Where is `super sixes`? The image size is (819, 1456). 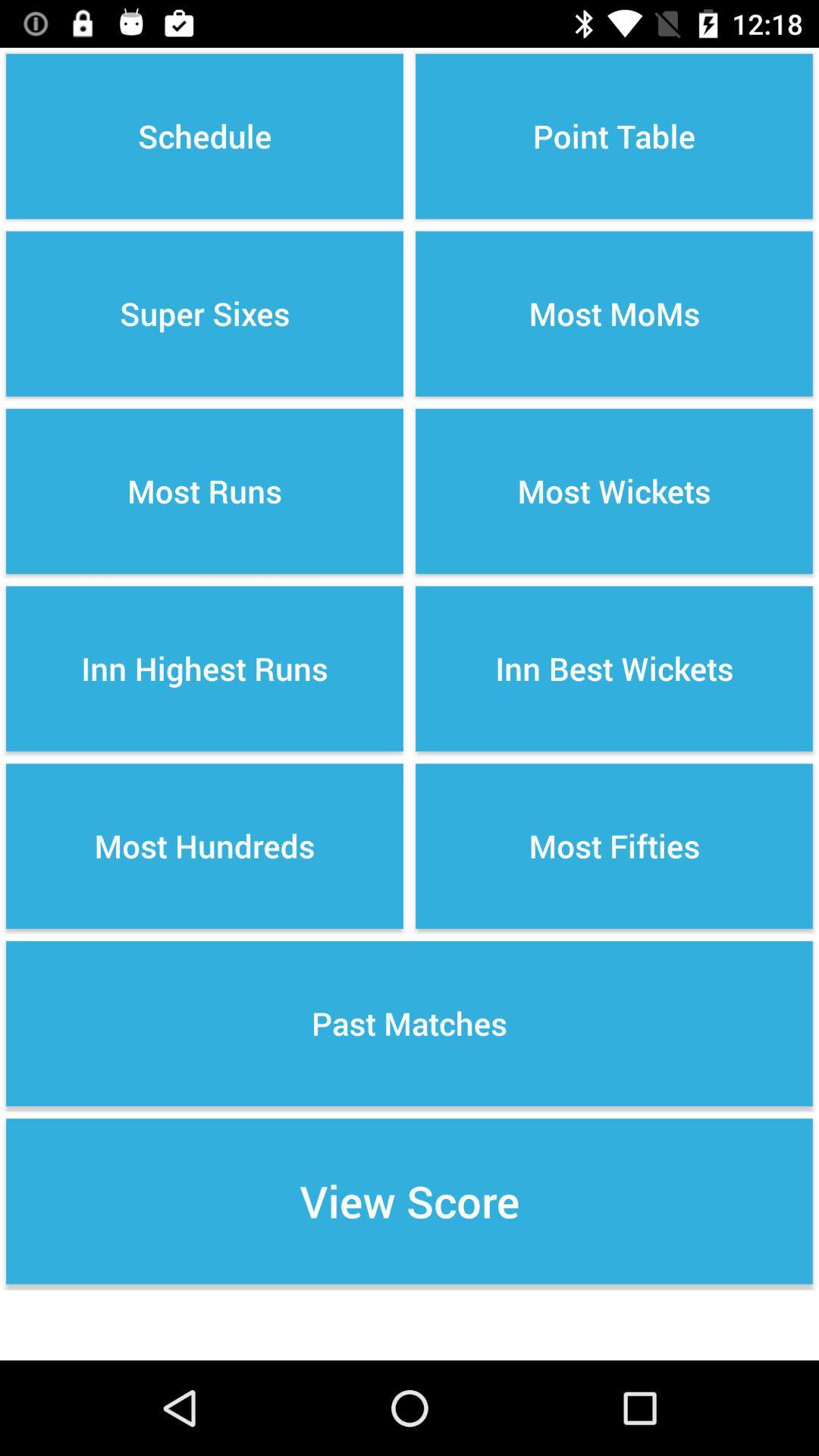 super sixes is located at coordinates (205, 312).